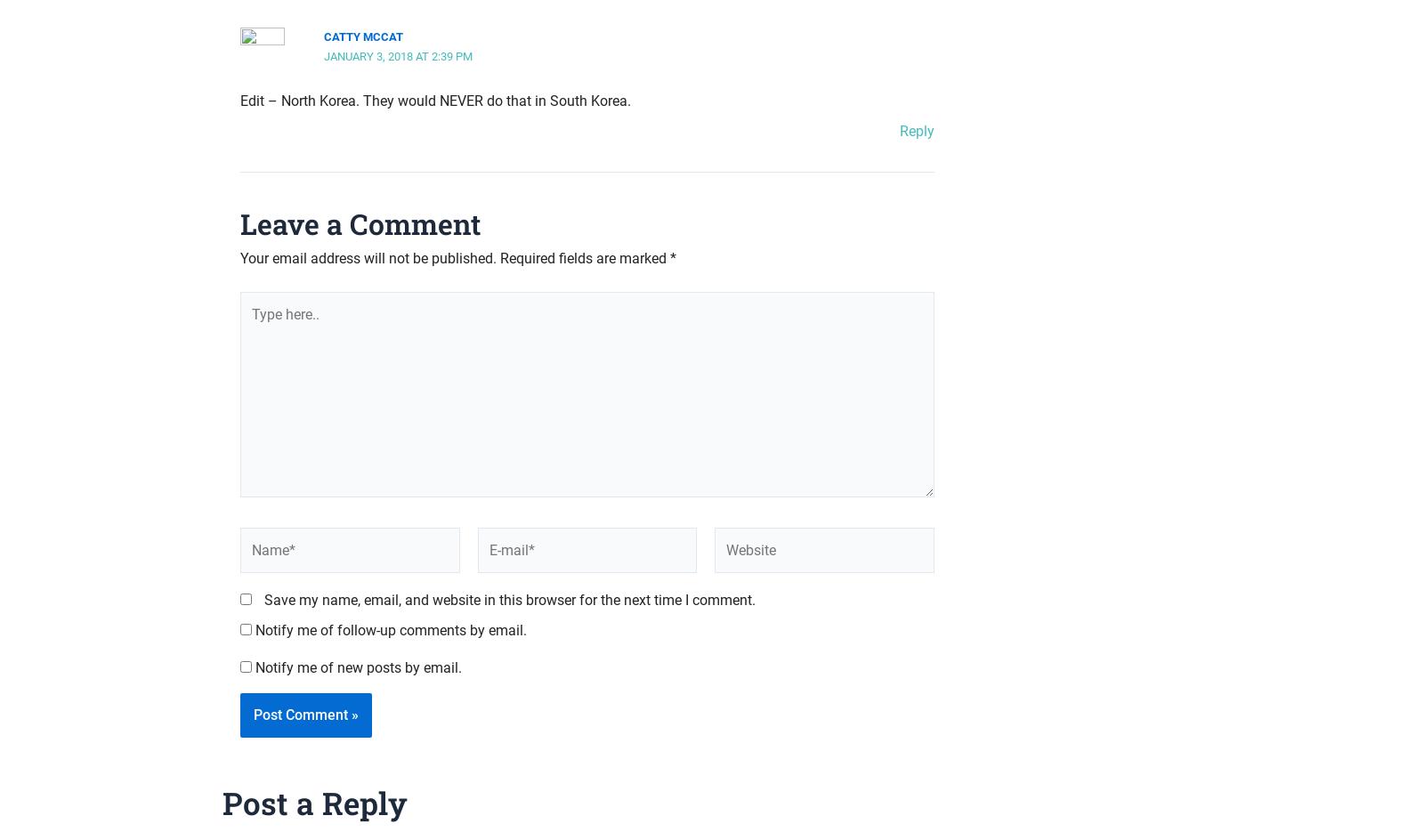 The width and height of the screenshot is (1424, 840). Describe the element at coordinates (917, 131) in the screenshot. I see `'Reply'` at that location.